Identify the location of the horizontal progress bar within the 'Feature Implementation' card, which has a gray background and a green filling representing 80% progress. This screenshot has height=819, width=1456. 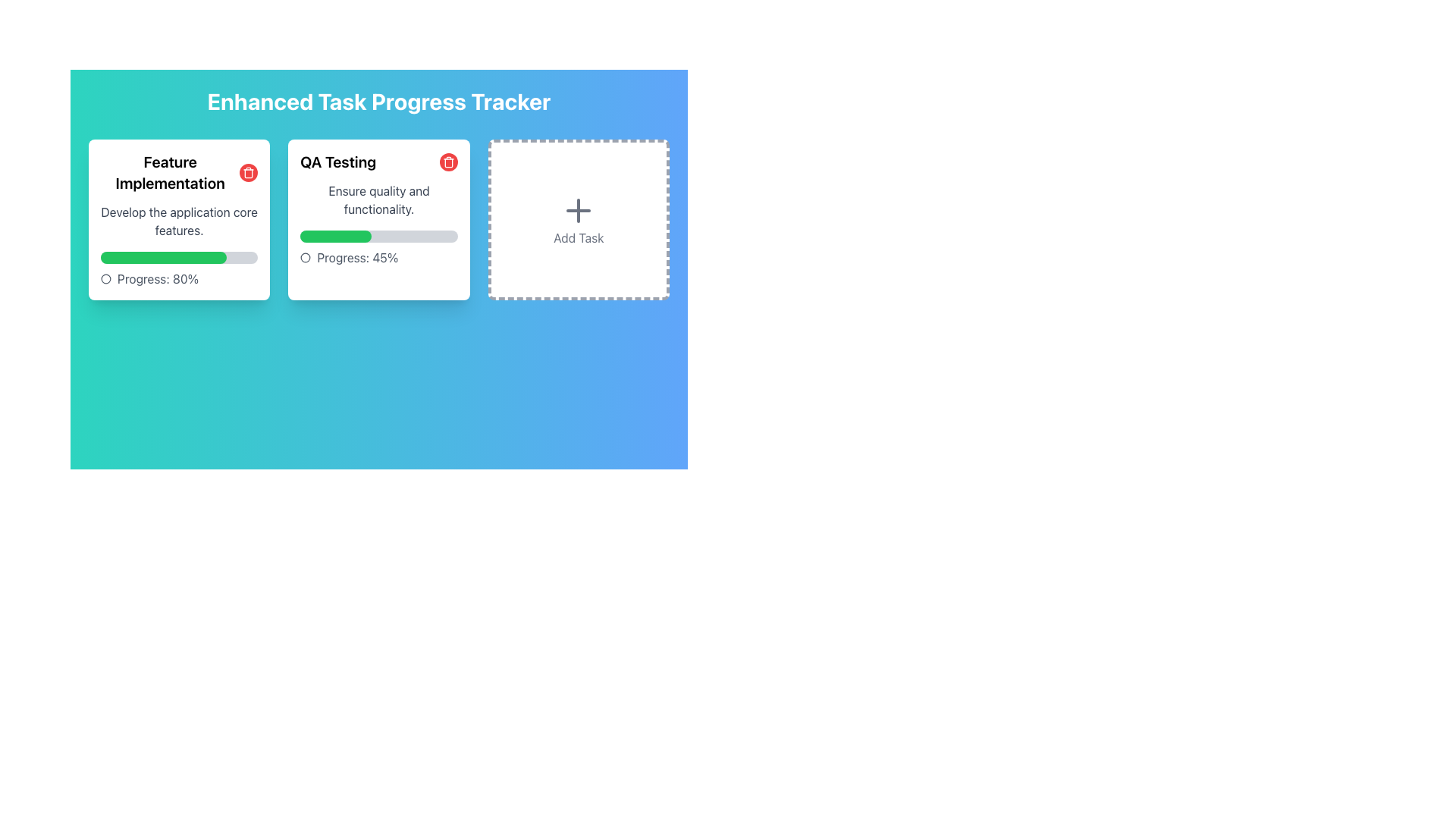
(179, 256).